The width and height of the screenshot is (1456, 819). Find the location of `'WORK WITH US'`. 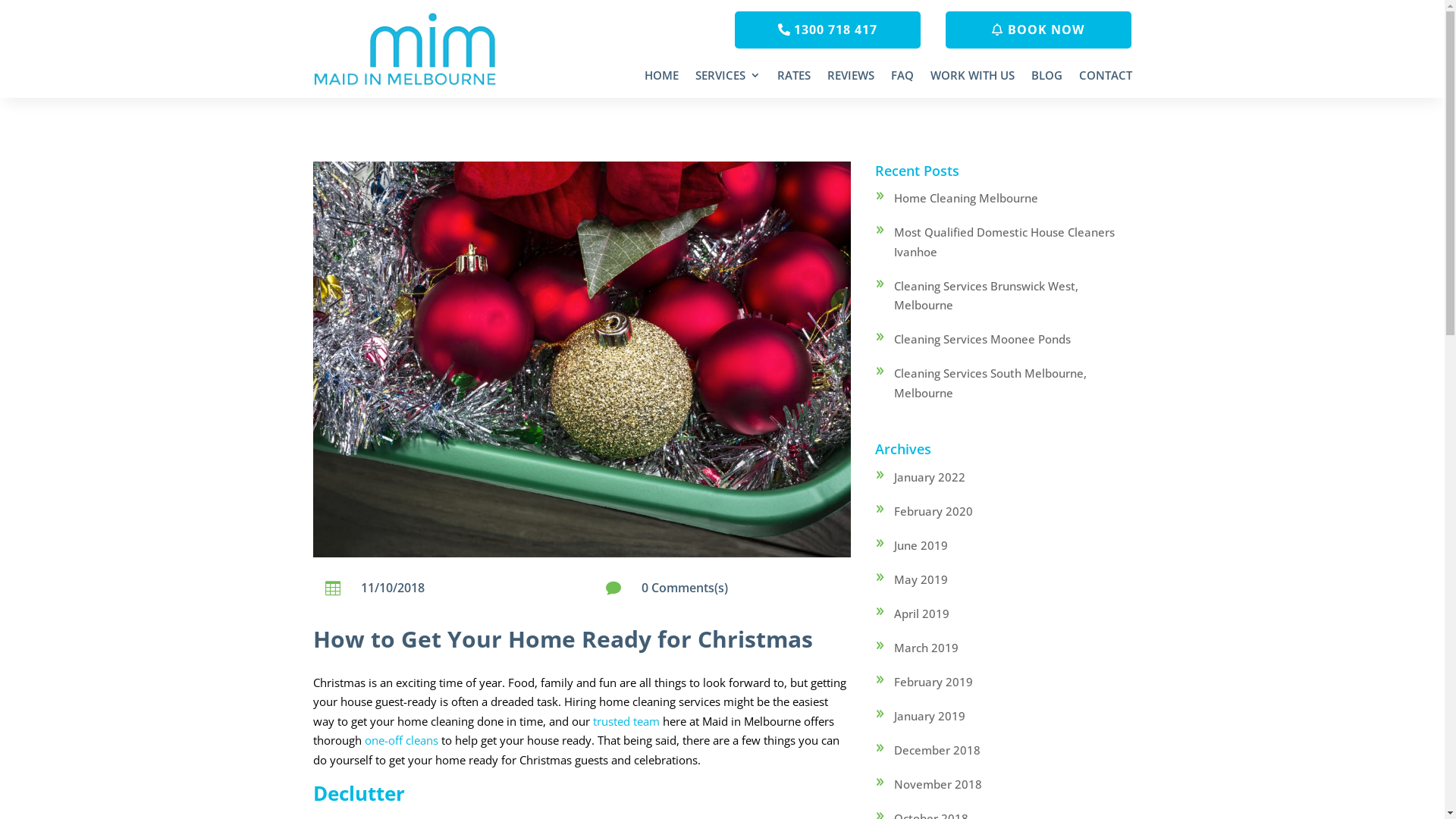

'WORK WITH US' is located at coordinates (971, 78).